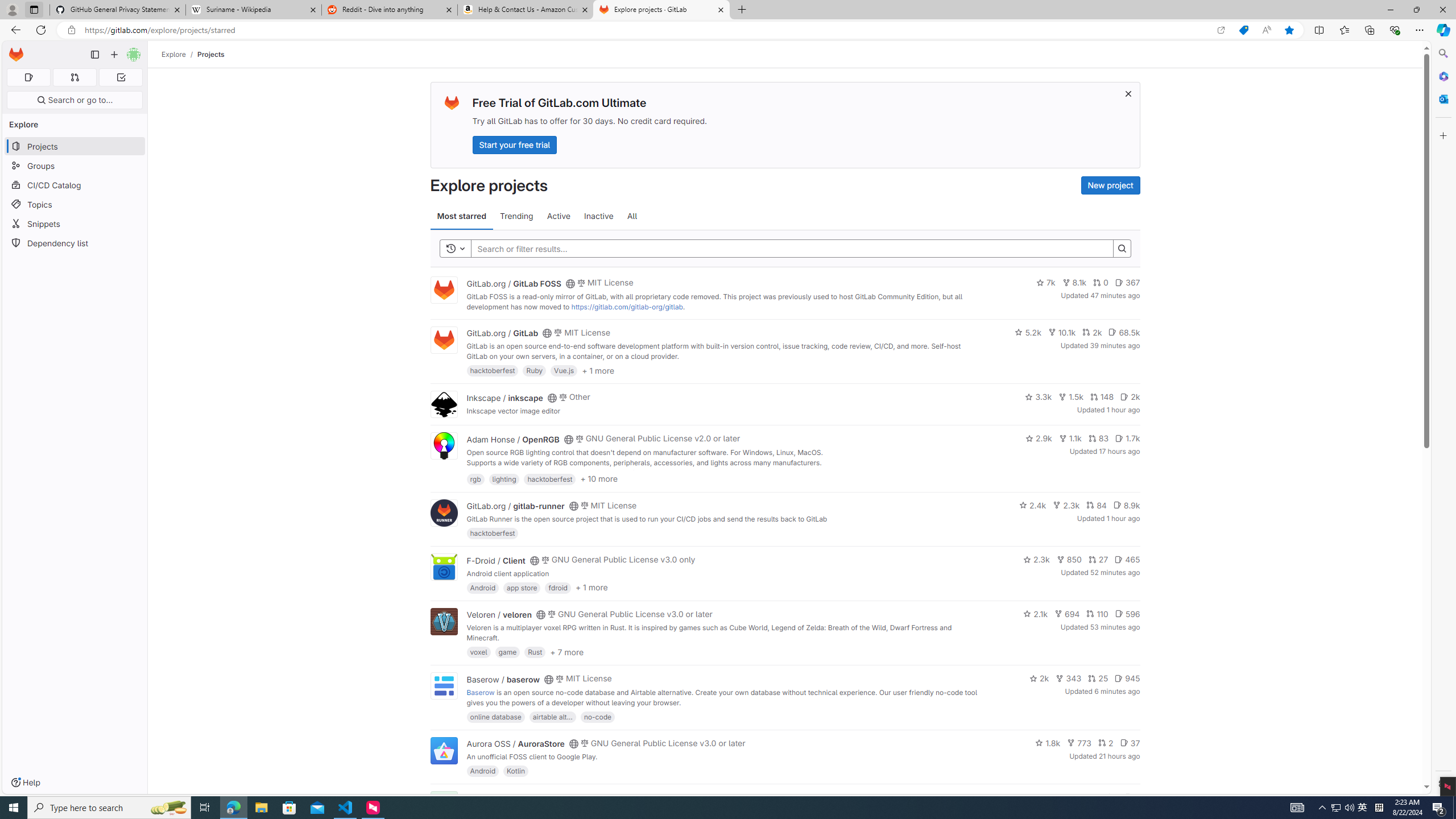 This screenshot has width=1456, height=819. What do you see at coordinates (1110, 185) in the screenshot?
I see `'New project'` at bounding box center [1110, 185].